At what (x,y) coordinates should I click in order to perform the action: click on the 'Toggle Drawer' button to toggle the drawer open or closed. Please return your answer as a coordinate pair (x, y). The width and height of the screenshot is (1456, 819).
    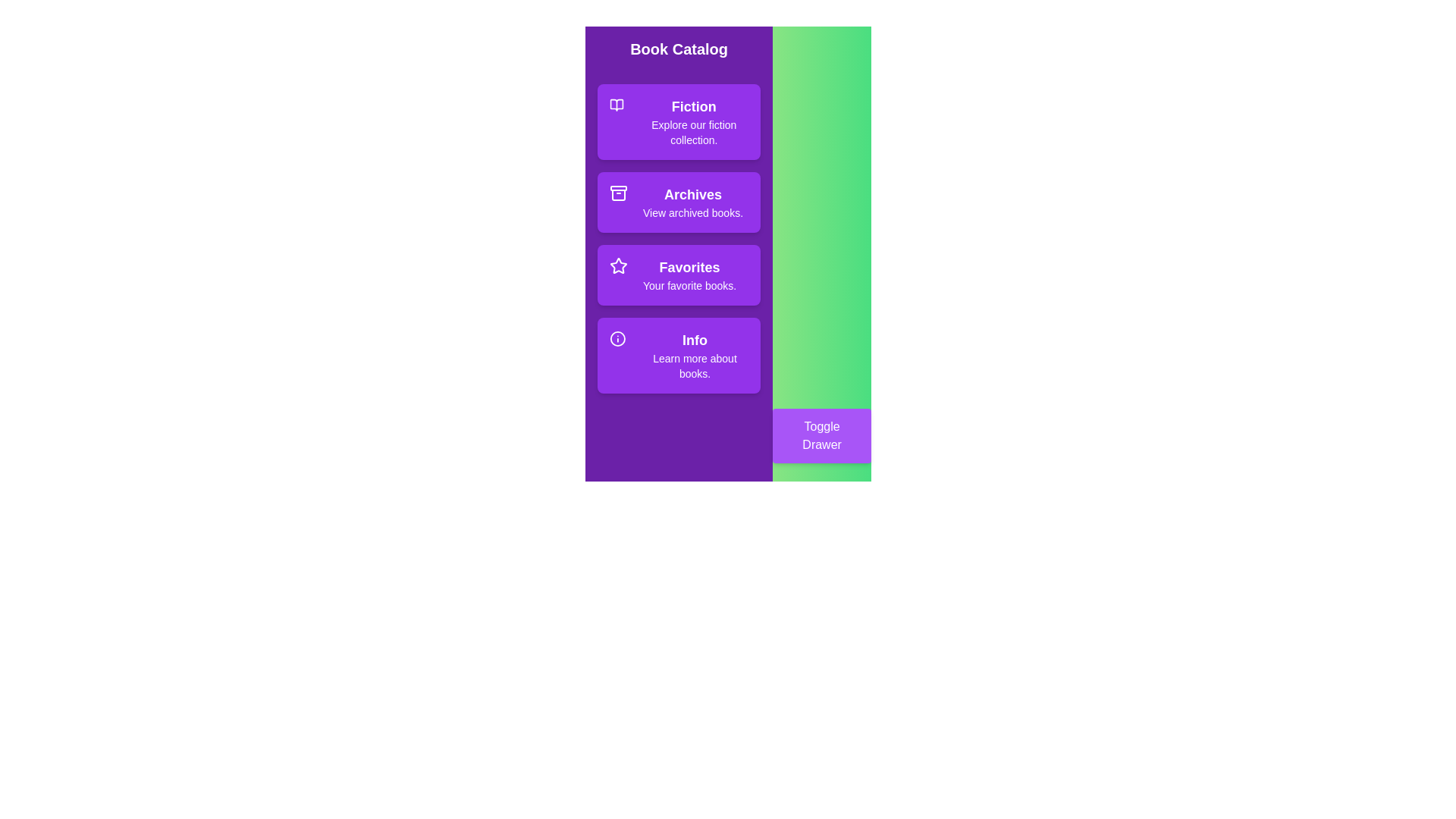
    Looking at the image, I should click on (821, 435).